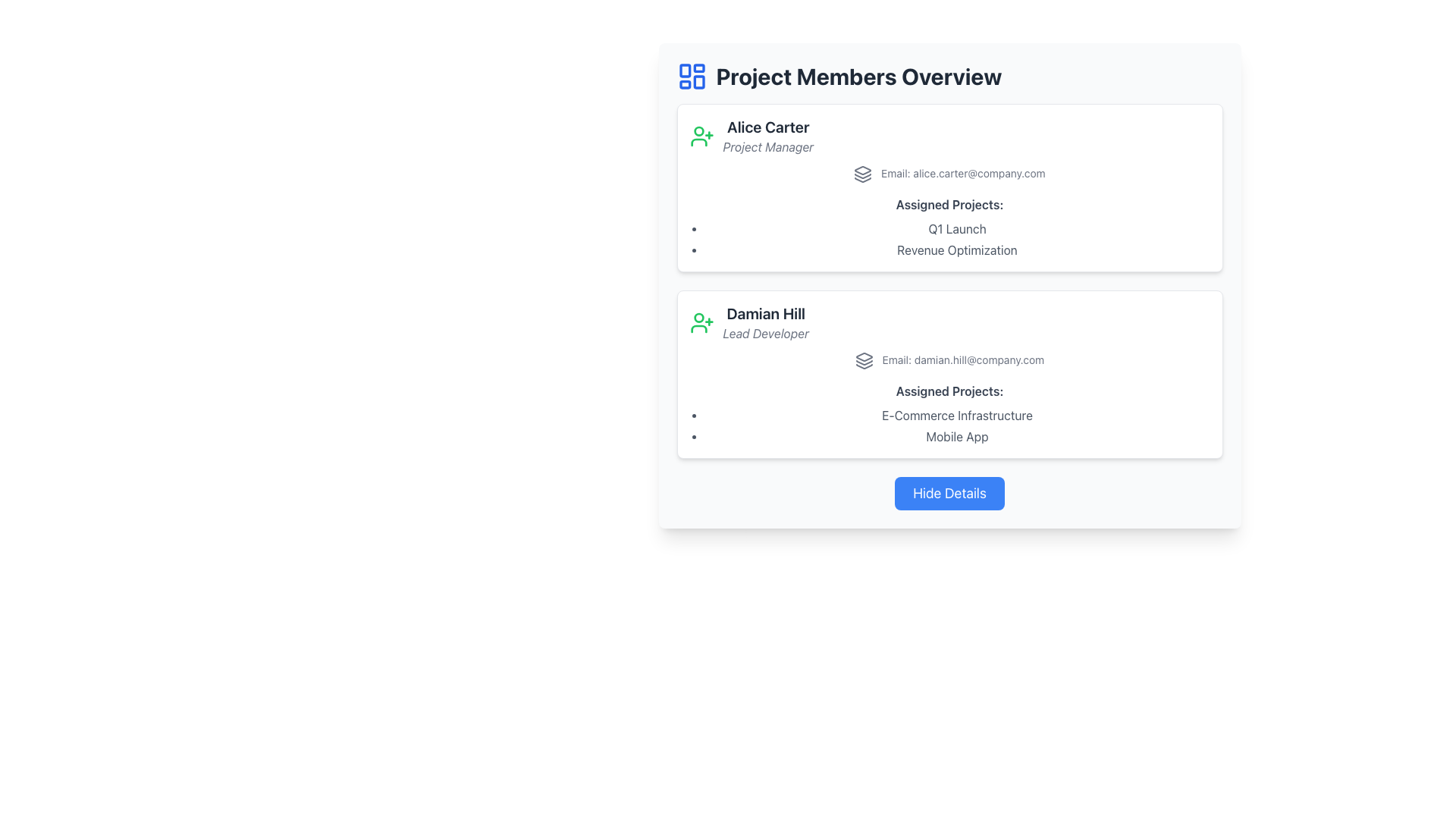 This screenshot has width=1456, height=819. I want to click on the text label displaying 'Mobile App' in dark gray color, which is the second item in the bulleted list under 'Assigned Projects' in Damian Hill's profile section, so click(956, 436).